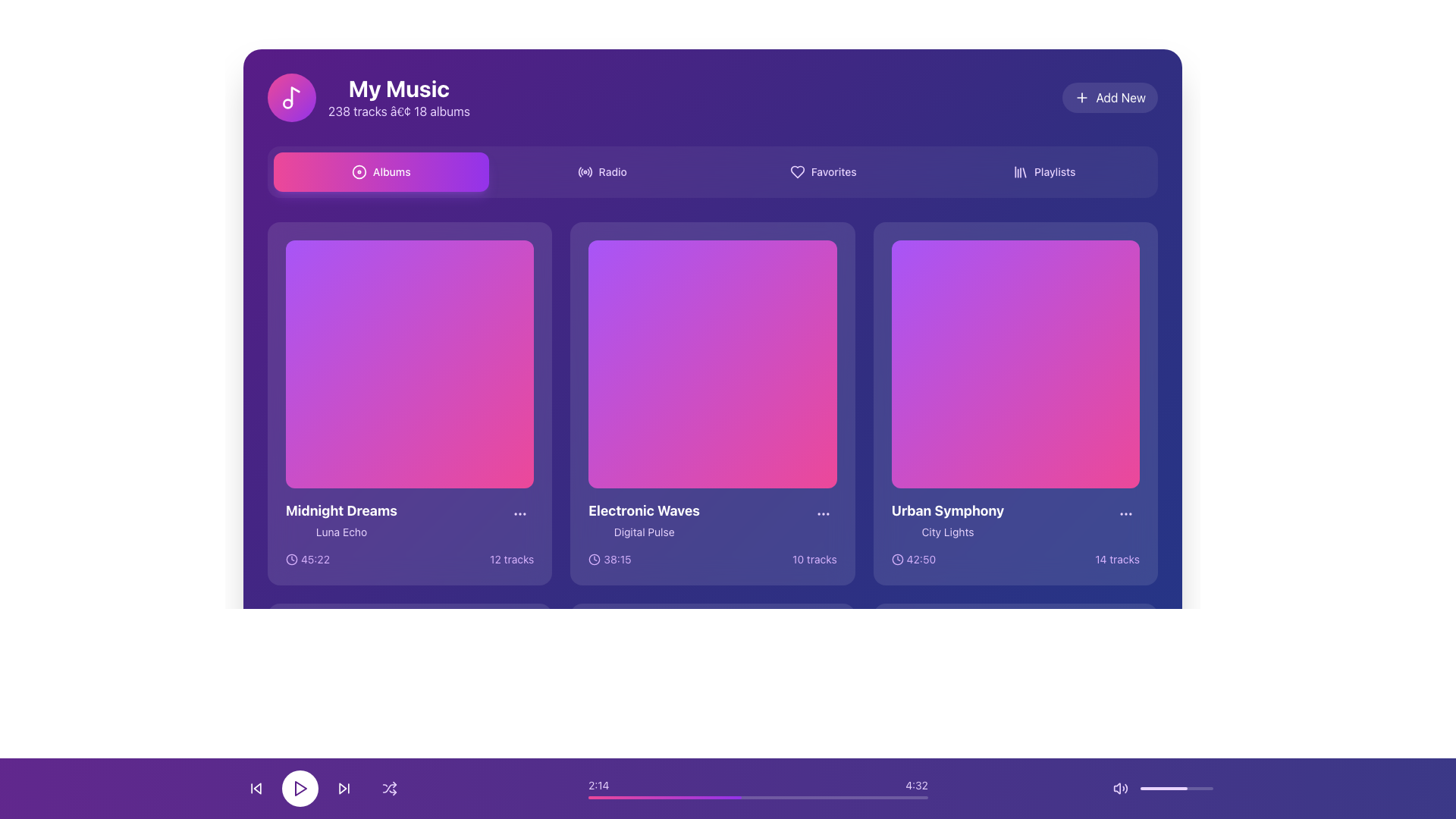 The image size is (1456, 819). Describe the element at coordinates (1204, 788) in the screenshot. I see `volume` at that location.